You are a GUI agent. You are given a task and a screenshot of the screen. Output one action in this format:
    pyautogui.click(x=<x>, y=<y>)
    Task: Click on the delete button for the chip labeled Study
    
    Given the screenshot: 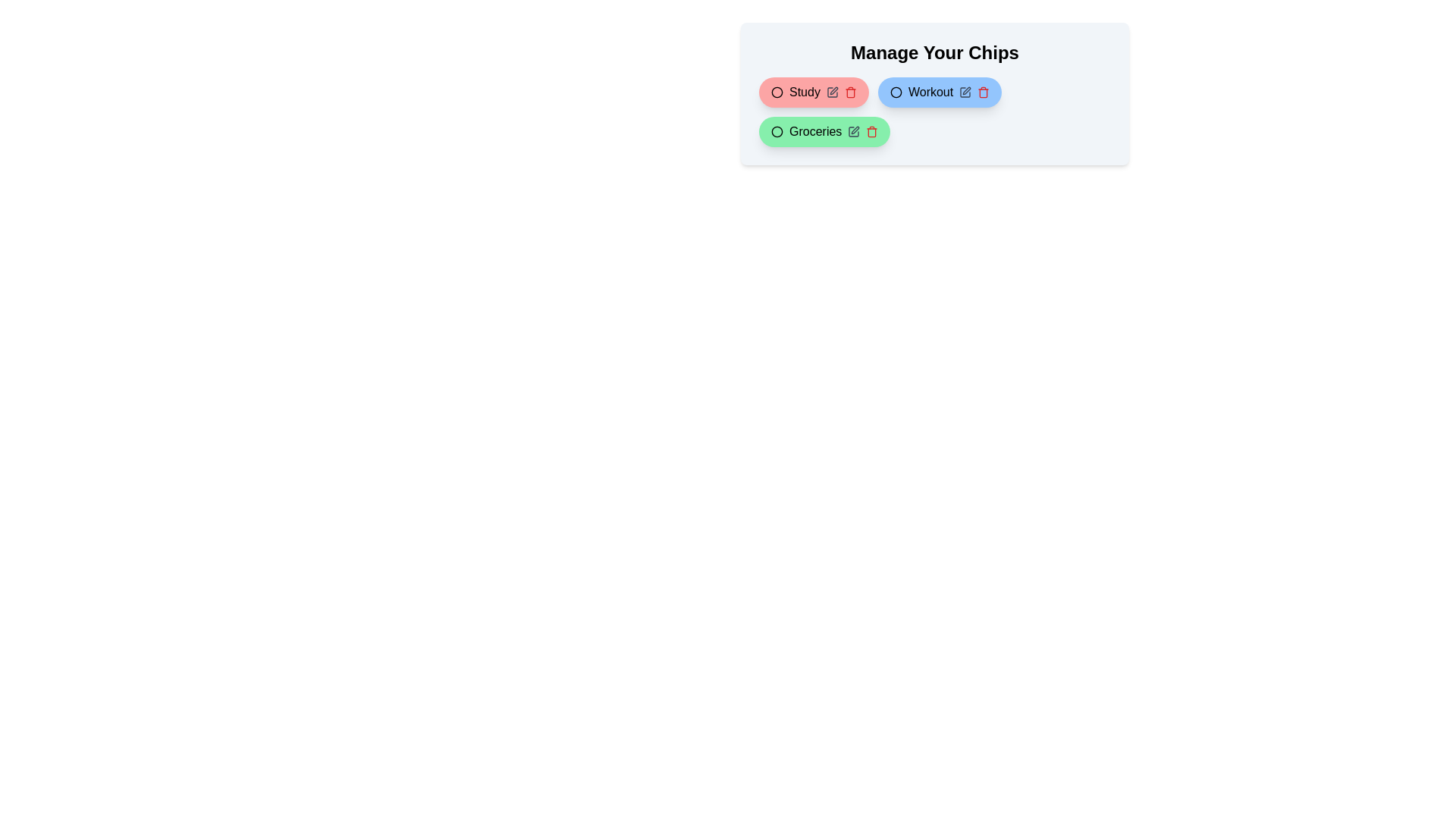 What is the action you would take?
    pyautogui.click(x=850, y=93)
    